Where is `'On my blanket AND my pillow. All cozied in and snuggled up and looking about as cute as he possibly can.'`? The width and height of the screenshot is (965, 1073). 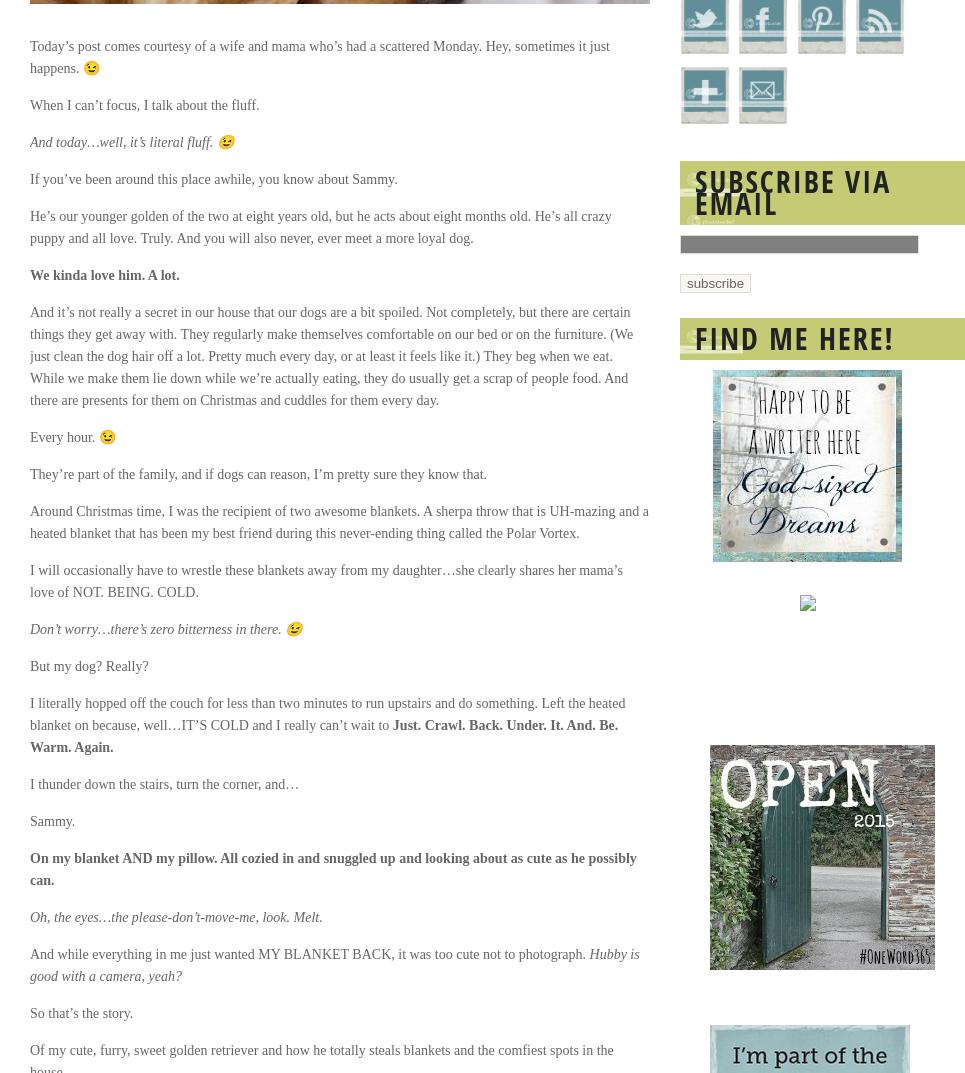 'On my blanket AND my pillow. All cozied in and snuggled up and looking about as cute as he possibly can.' is located at coordinates (332, 868).